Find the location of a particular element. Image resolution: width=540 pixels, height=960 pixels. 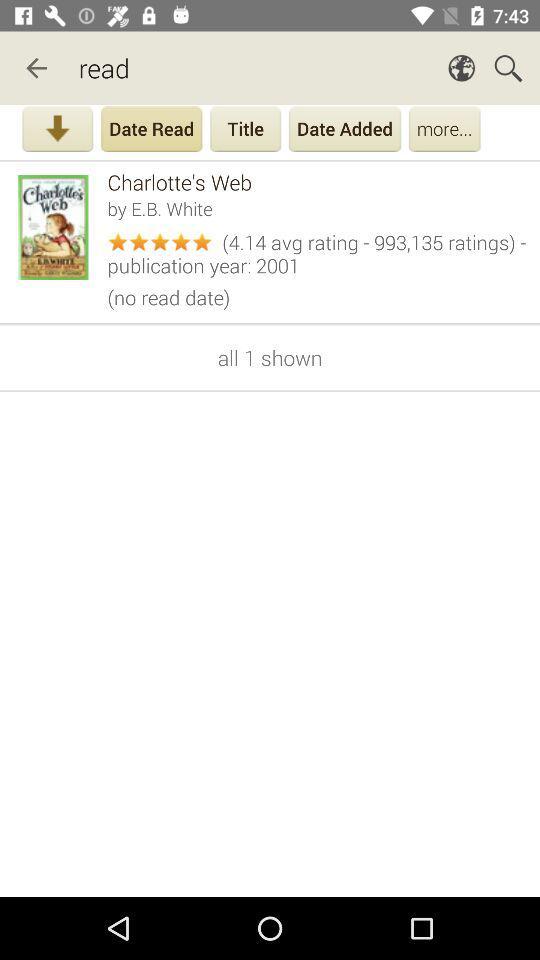

search icon at the right side of the page is located at coordinates (508, 68).